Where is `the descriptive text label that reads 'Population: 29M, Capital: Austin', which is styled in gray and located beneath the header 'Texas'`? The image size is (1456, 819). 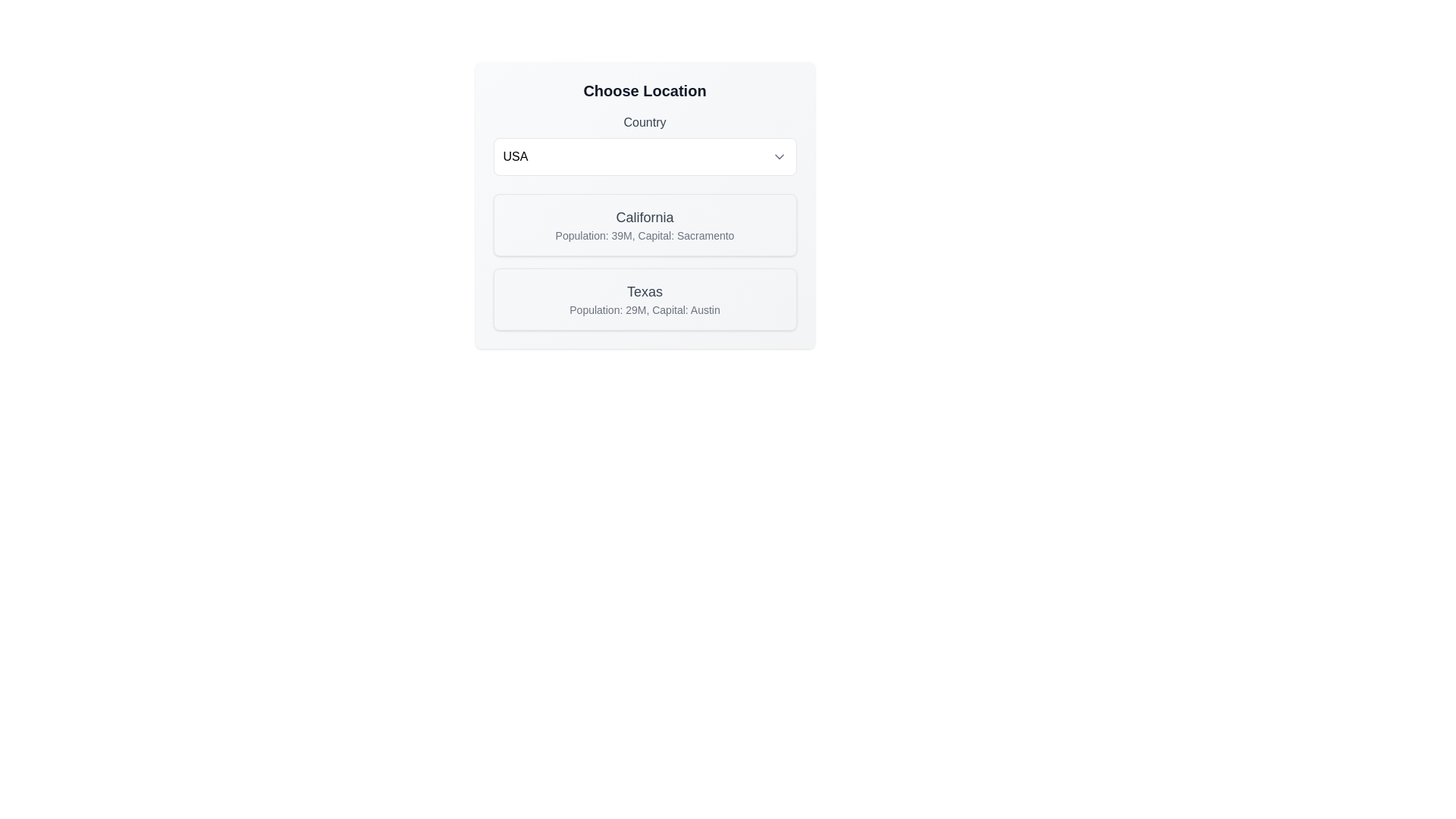 the descriptive text label that reads 'Population: 29M, Capital: Austin', which is styled in gray and located beneath the header 'Texas' is located at coordinates (645, 309).